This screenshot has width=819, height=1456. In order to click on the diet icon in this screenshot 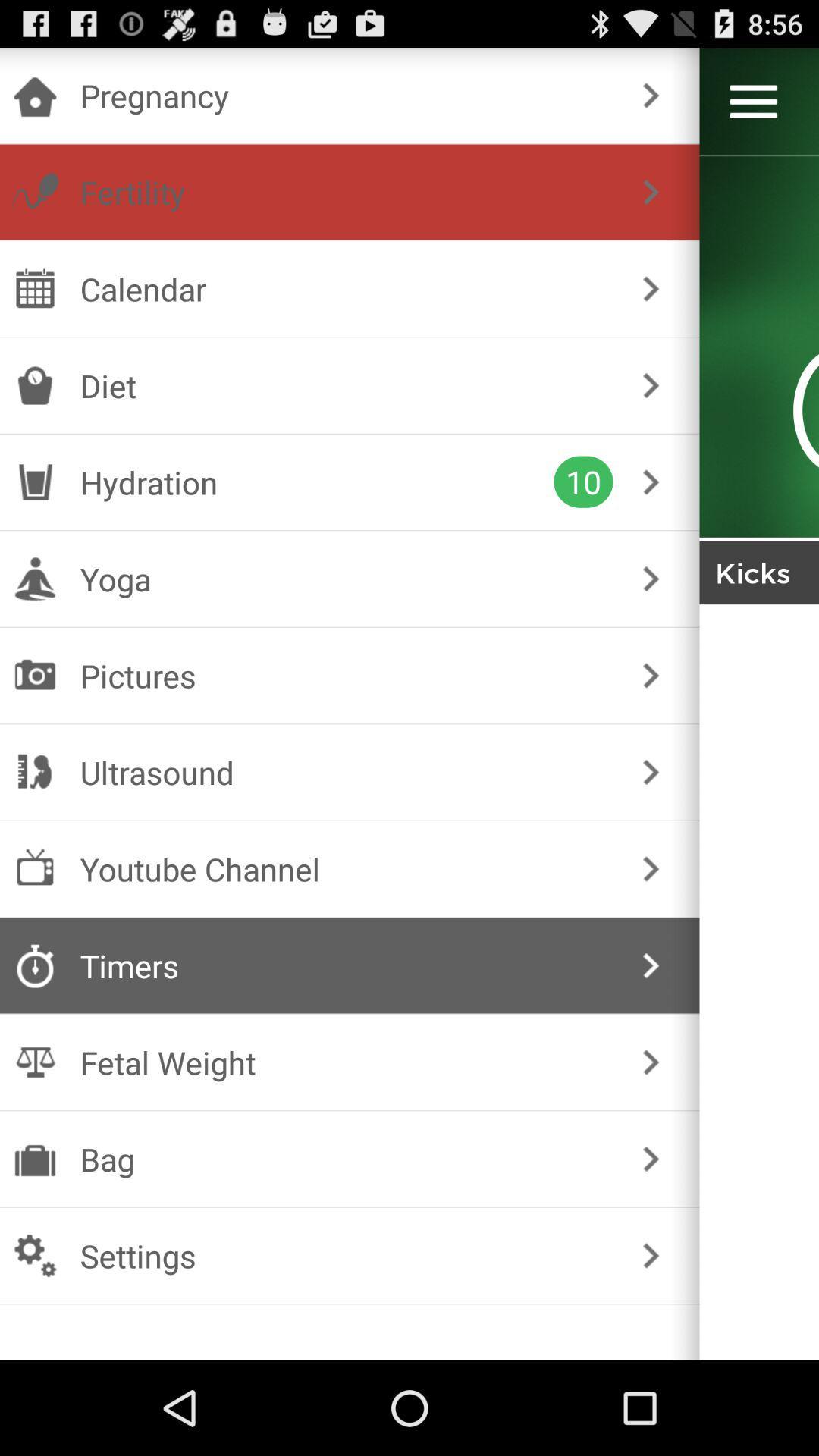, I will do `click(347, 385)`.